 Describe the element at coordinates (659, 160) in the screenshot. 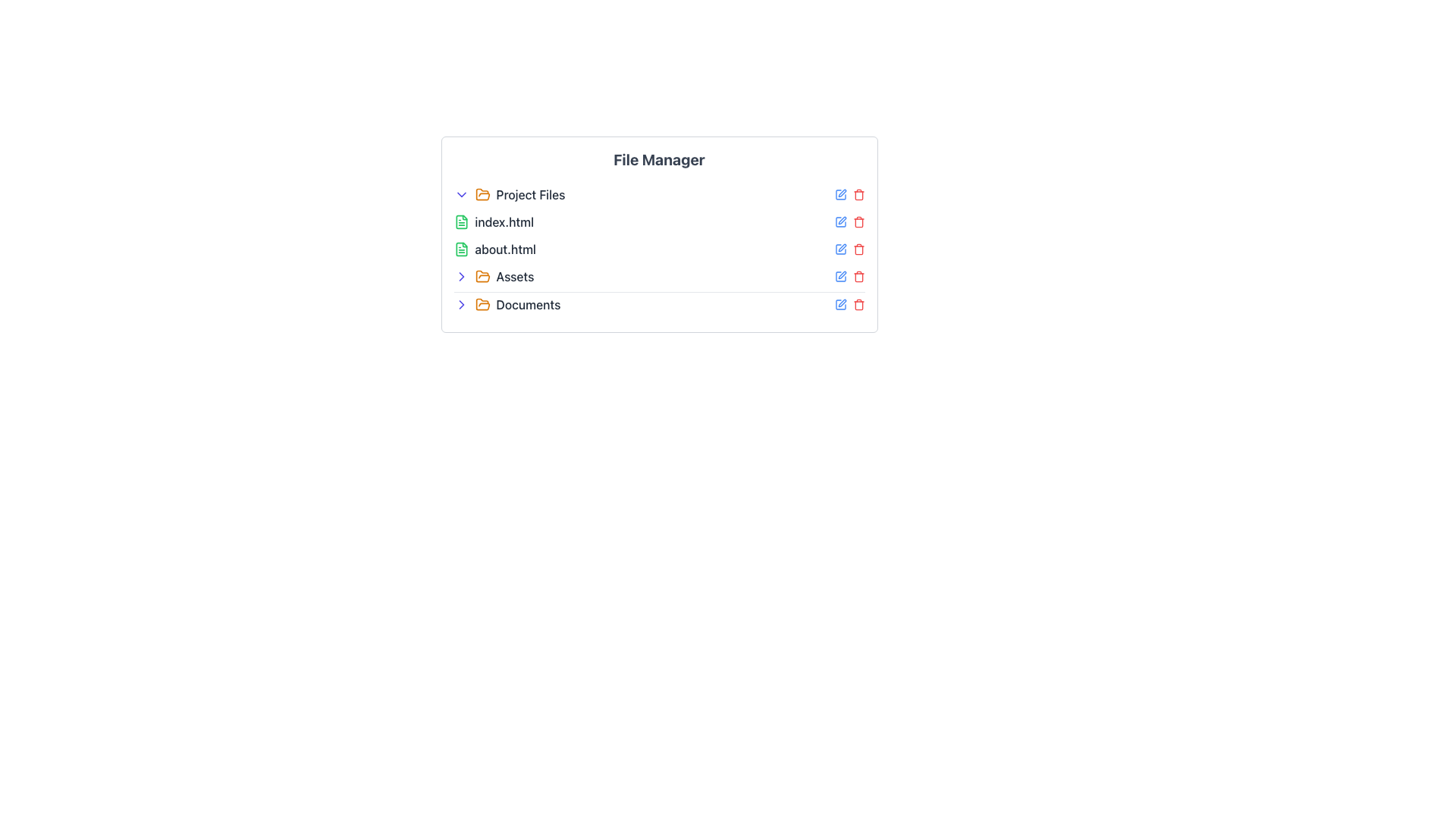

I see `text of the header Text Label at the top of the file manager interface` at that location.